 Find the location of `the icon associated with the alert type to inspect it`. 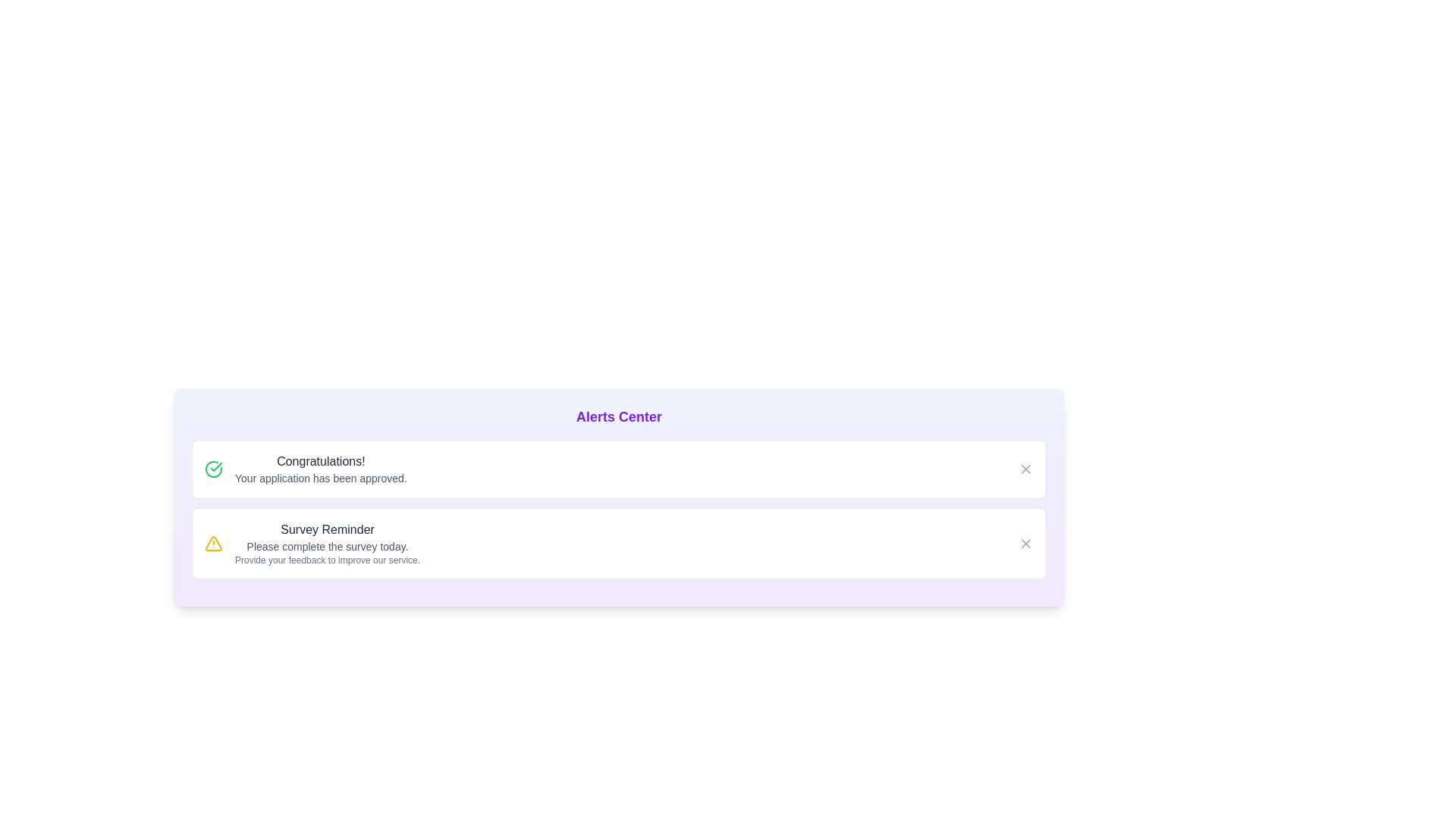

the icon associated with the alert type to inspect it is located at coordinates (213, 468).